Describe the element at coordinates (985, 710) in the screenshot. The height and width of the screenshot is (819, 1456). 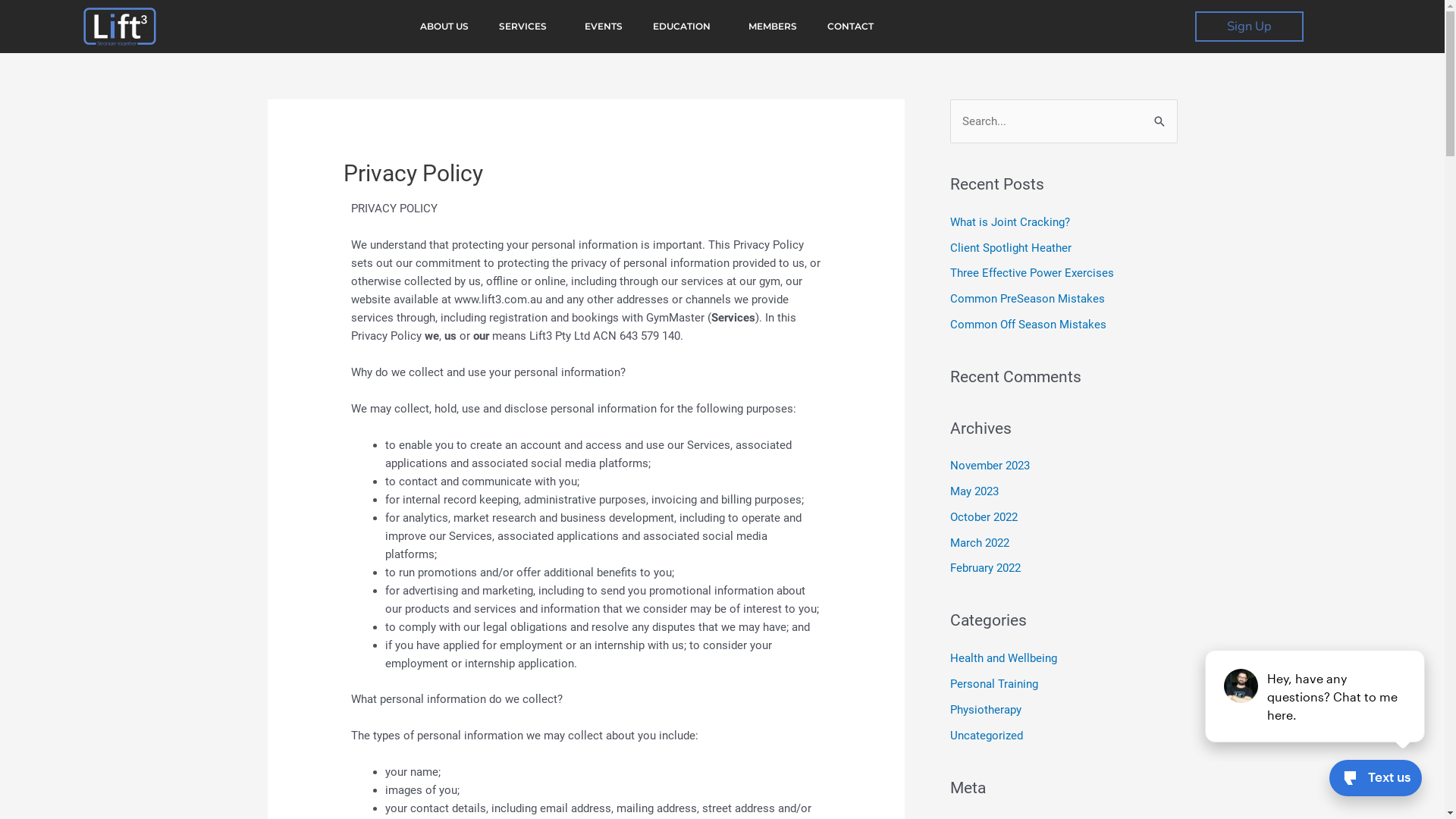
I see `'Physiotherapy'` at that location.